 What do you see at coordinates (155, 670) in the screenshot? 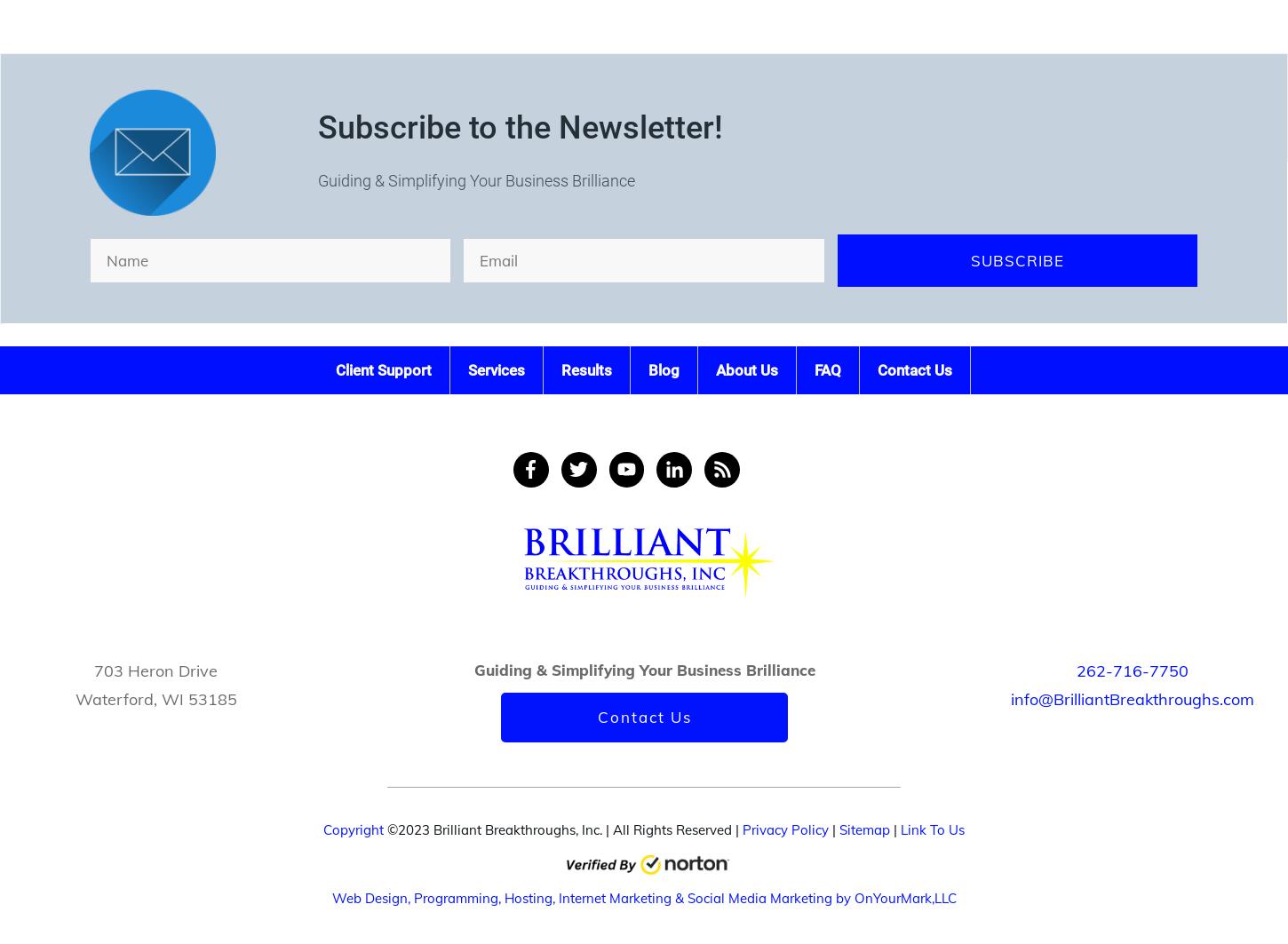
I see `'703 Heron Drive'` at bounding box center [155, 670].